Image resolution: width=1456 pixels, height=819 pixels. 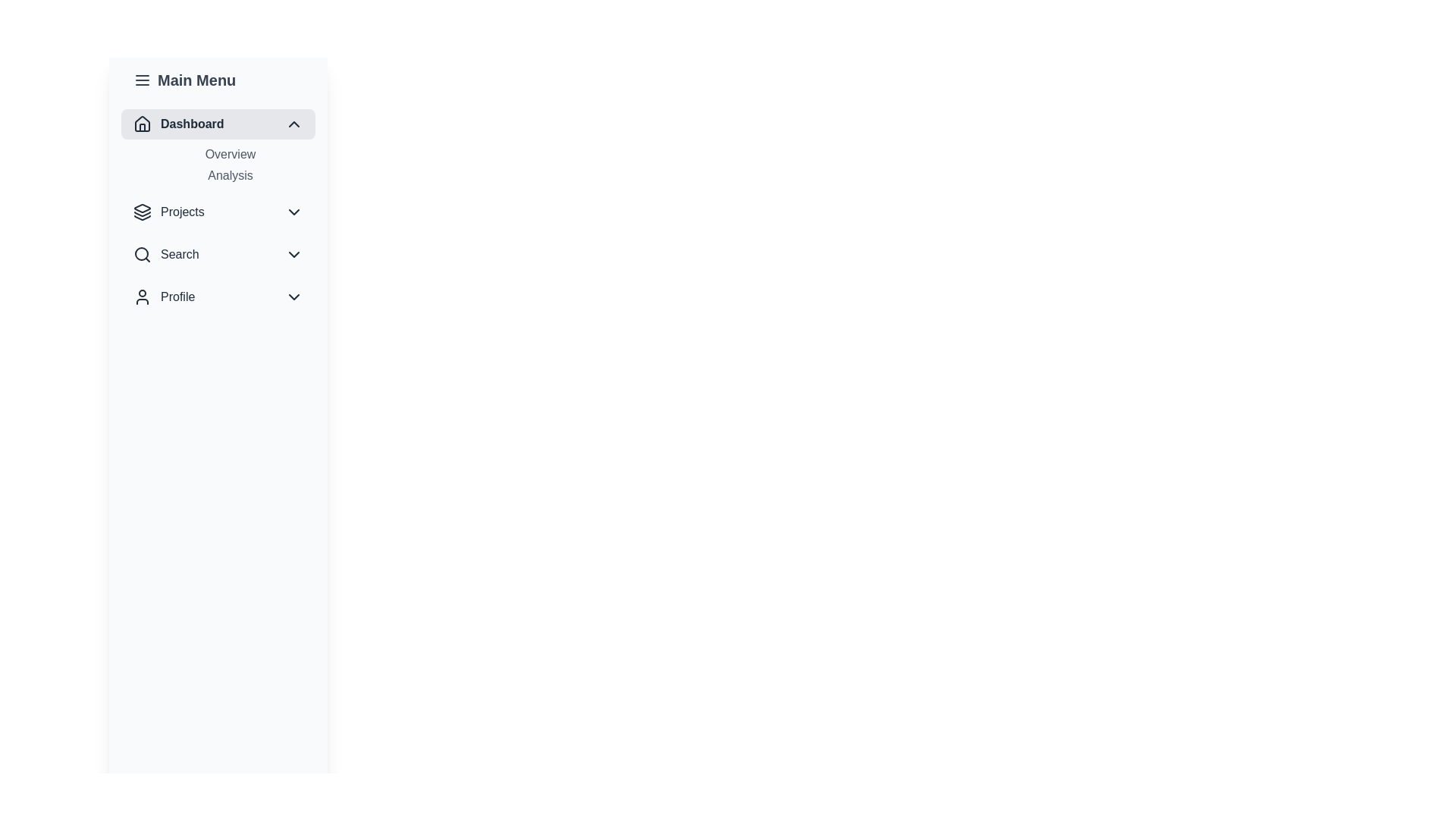 What do you see at coordinates (229, 155) in the screenshot?
I see `the 'Overview' text label in the left-side navigation menu under the 'Dashboard' heading` at bounding box center [229, 155].